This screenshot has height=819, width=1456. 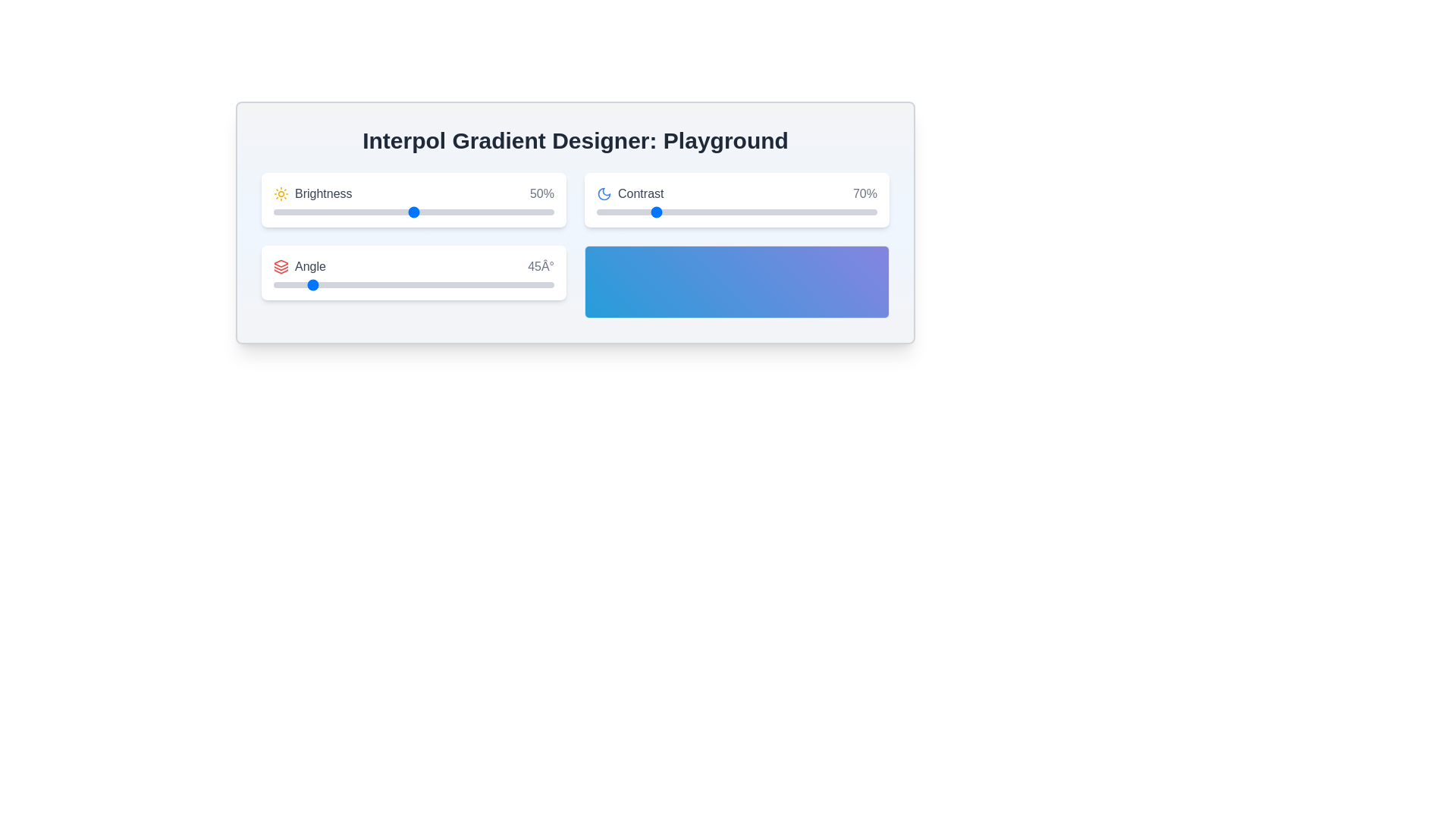 What do you see at coordinates (500, 212) in the screenshot?
I see `brightness level` at bounding box center [500, 212].